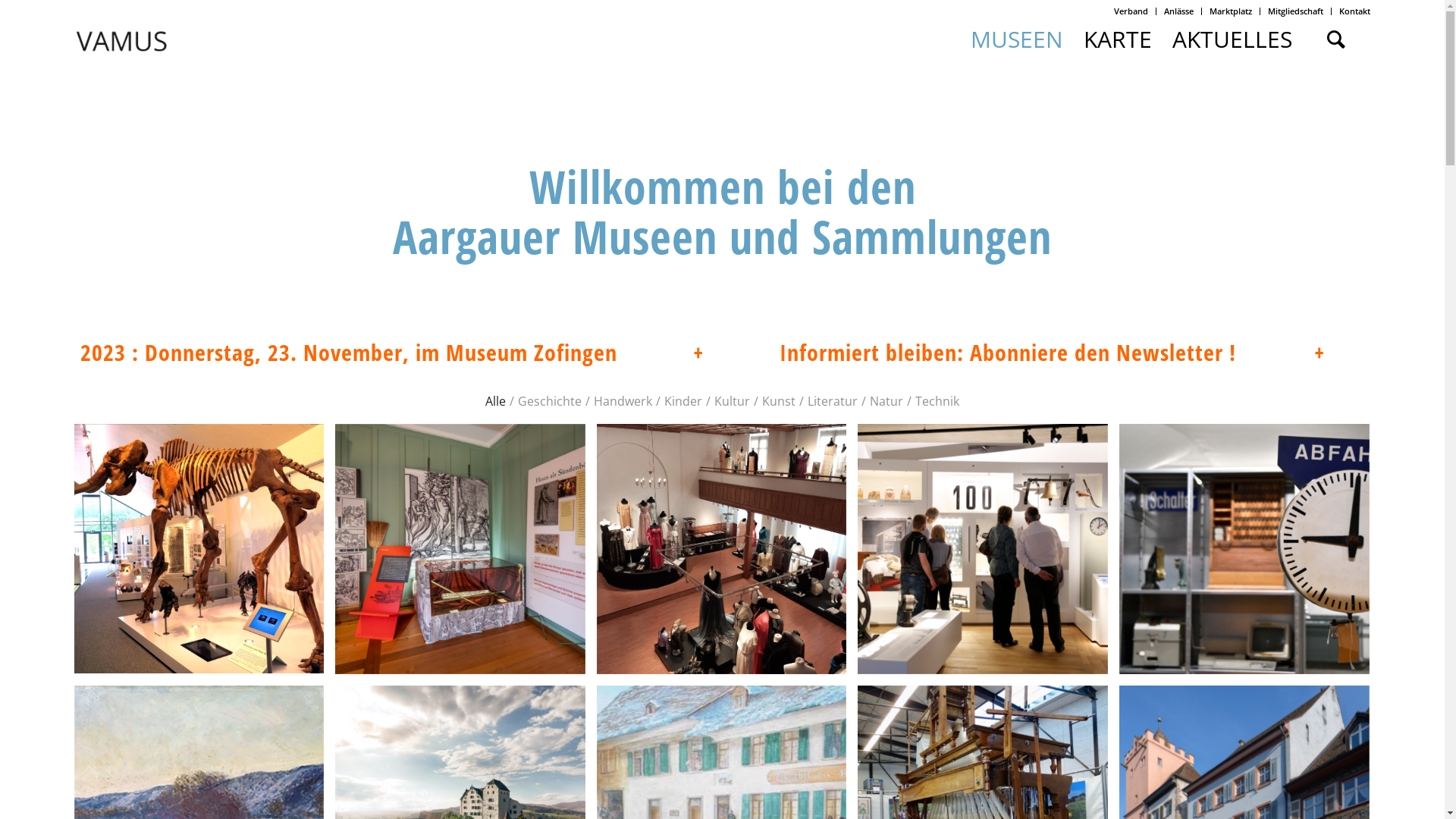 Image resolution: width=1456 pixels, height=819 pixels. What do you see at coordinates (983, 549) in the screenshot?
I see `'Historisches Museum Baden'` at bounding box center [983, 549].